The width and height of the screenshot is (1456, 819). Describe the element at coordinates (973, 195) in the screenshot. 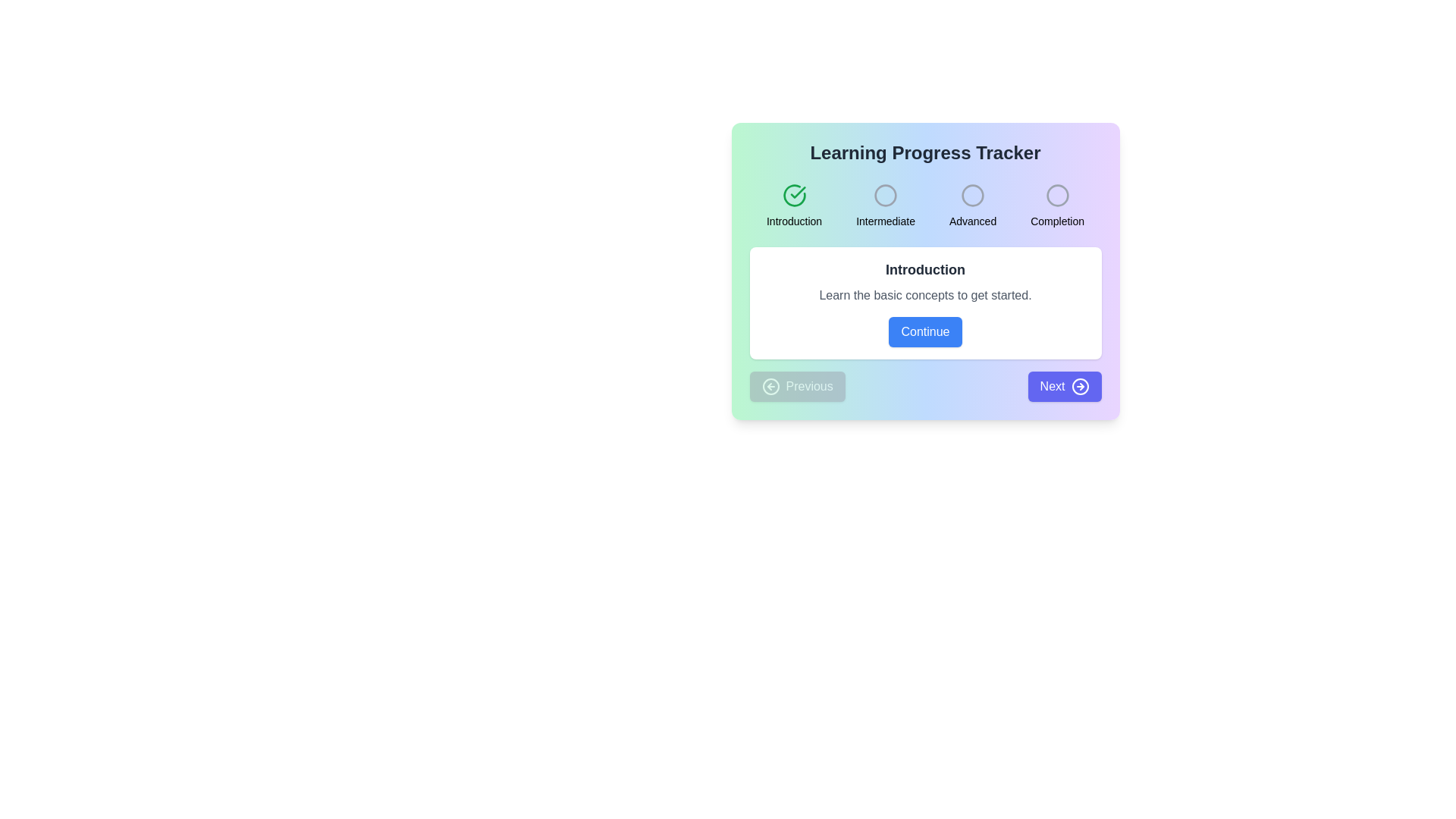

I see `the 'Advanced' stage icon in the progress tracker, which is the third icon in a sequence of four, located above the 'Advanced' label and to the right of 'Intermediate'` at that location.